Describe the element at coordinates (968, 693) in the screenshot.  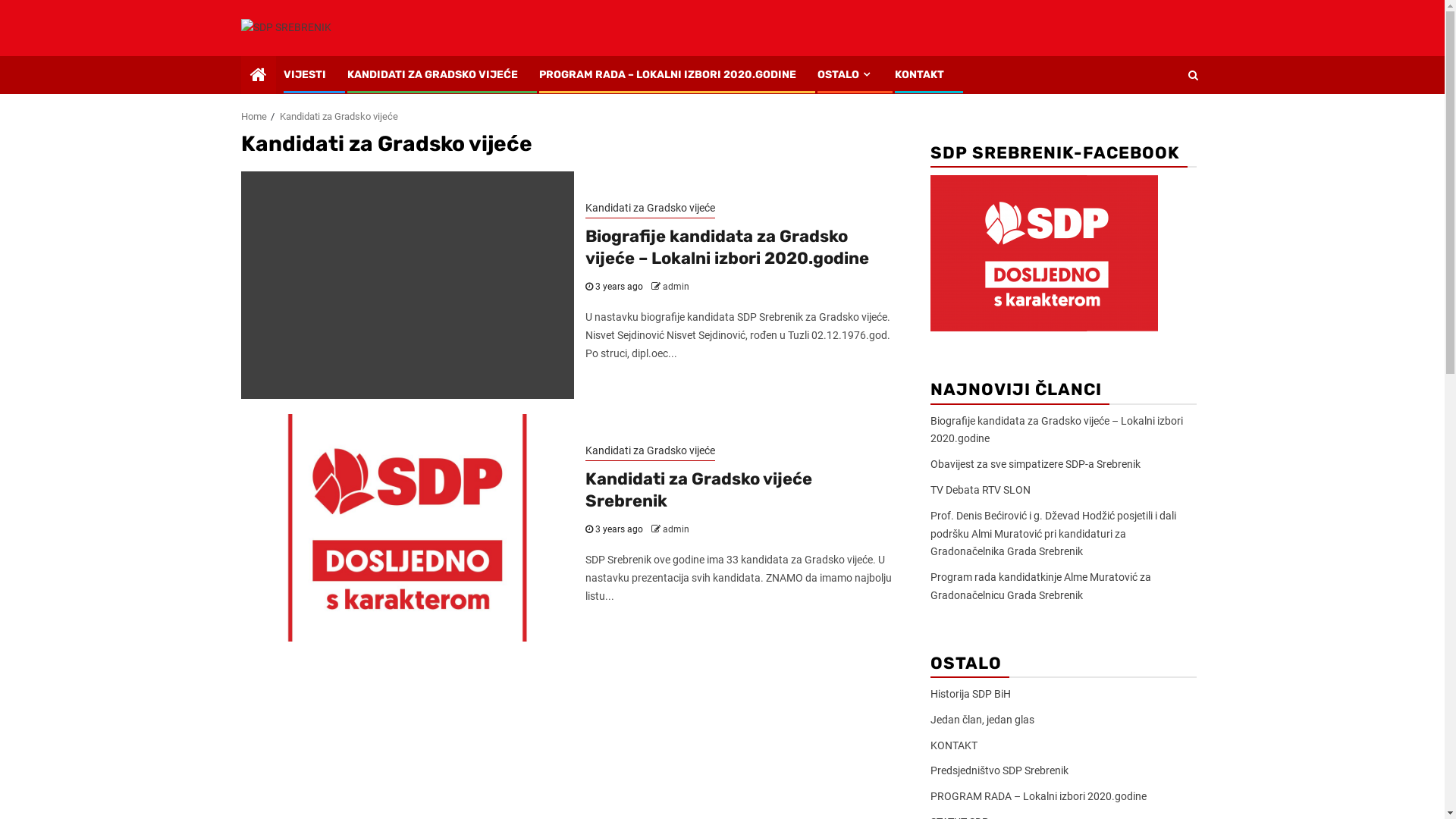
I see `'Historija SDP BiH'` at that location.